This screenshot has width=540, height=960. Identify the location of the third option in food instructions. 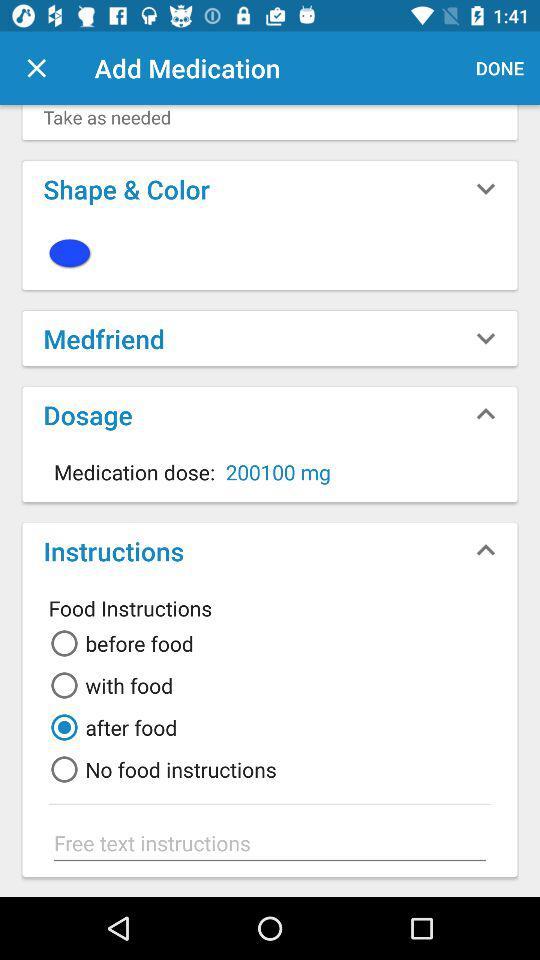
(110, 726).